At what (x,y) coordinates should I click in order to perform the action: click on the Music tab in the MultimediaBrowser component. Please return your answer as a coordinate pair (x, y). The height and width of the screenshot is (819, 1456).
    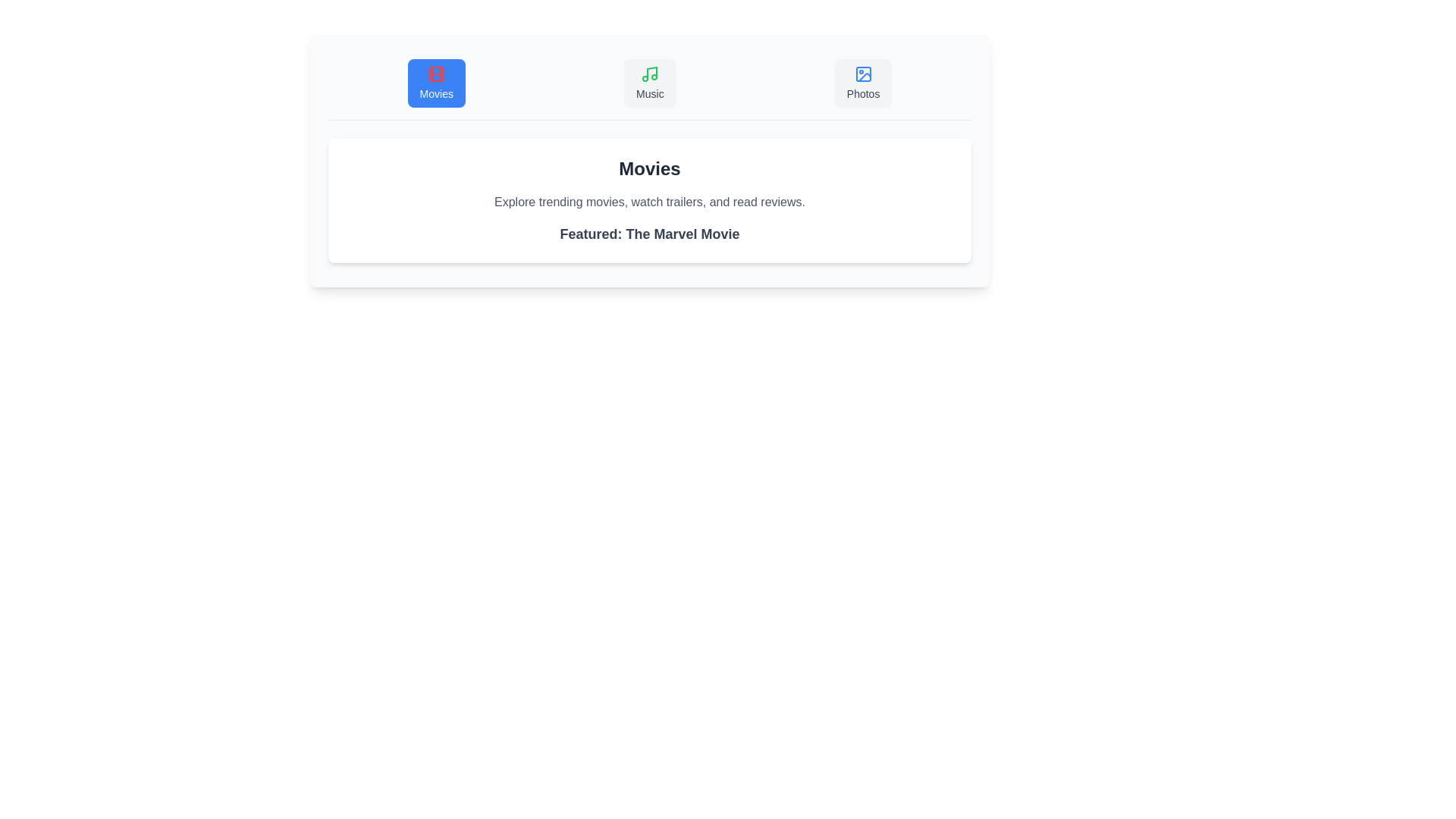
    Looking at the image, I should click on (650, 83).